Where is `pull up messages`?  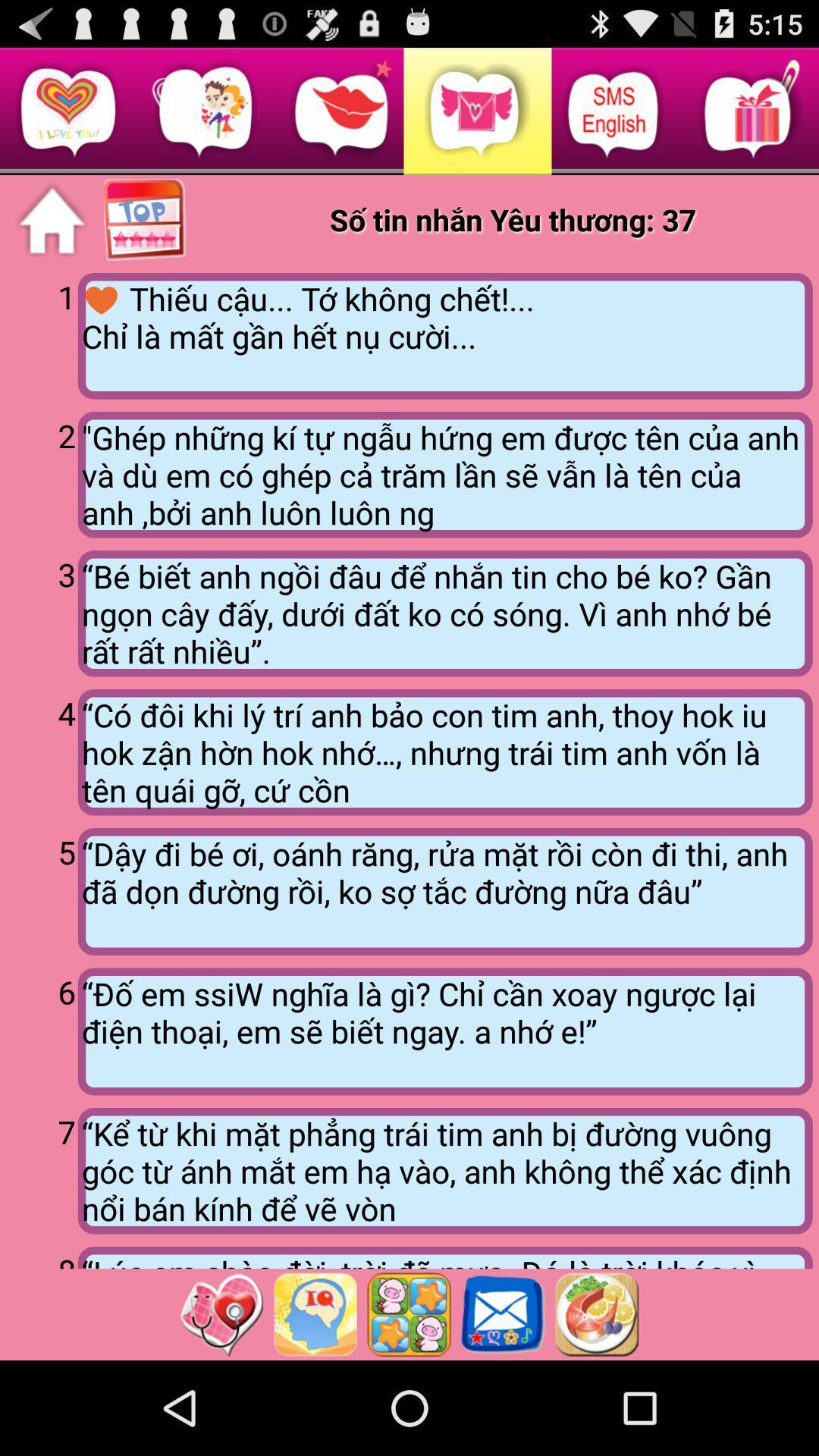 pull up messages is located at coordinates (503, 1313).